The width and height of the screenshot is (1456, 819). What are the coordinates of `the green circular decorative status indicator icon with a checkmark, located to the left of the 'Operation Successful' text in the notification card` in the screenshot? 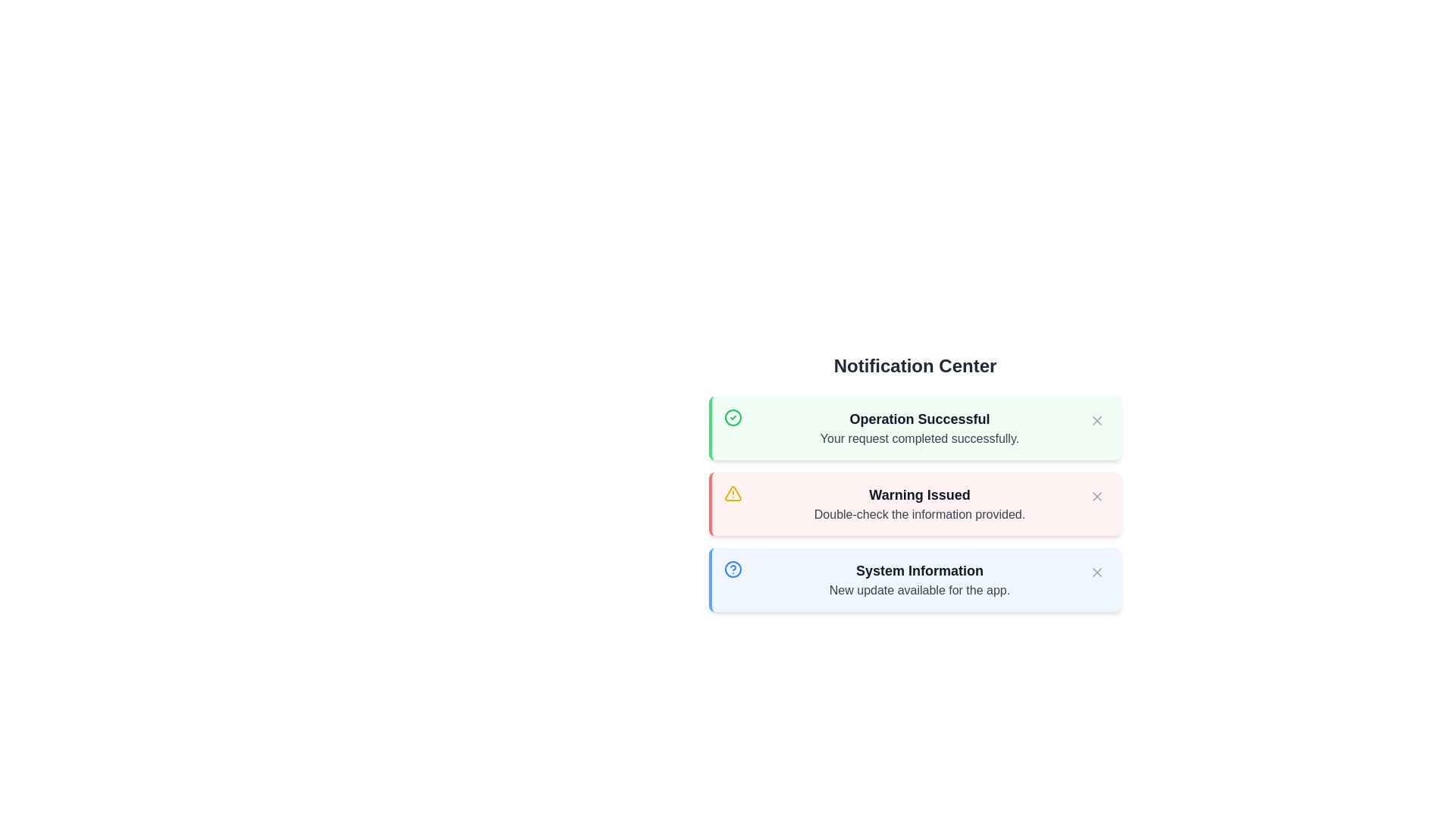 It's located at (733, 418).